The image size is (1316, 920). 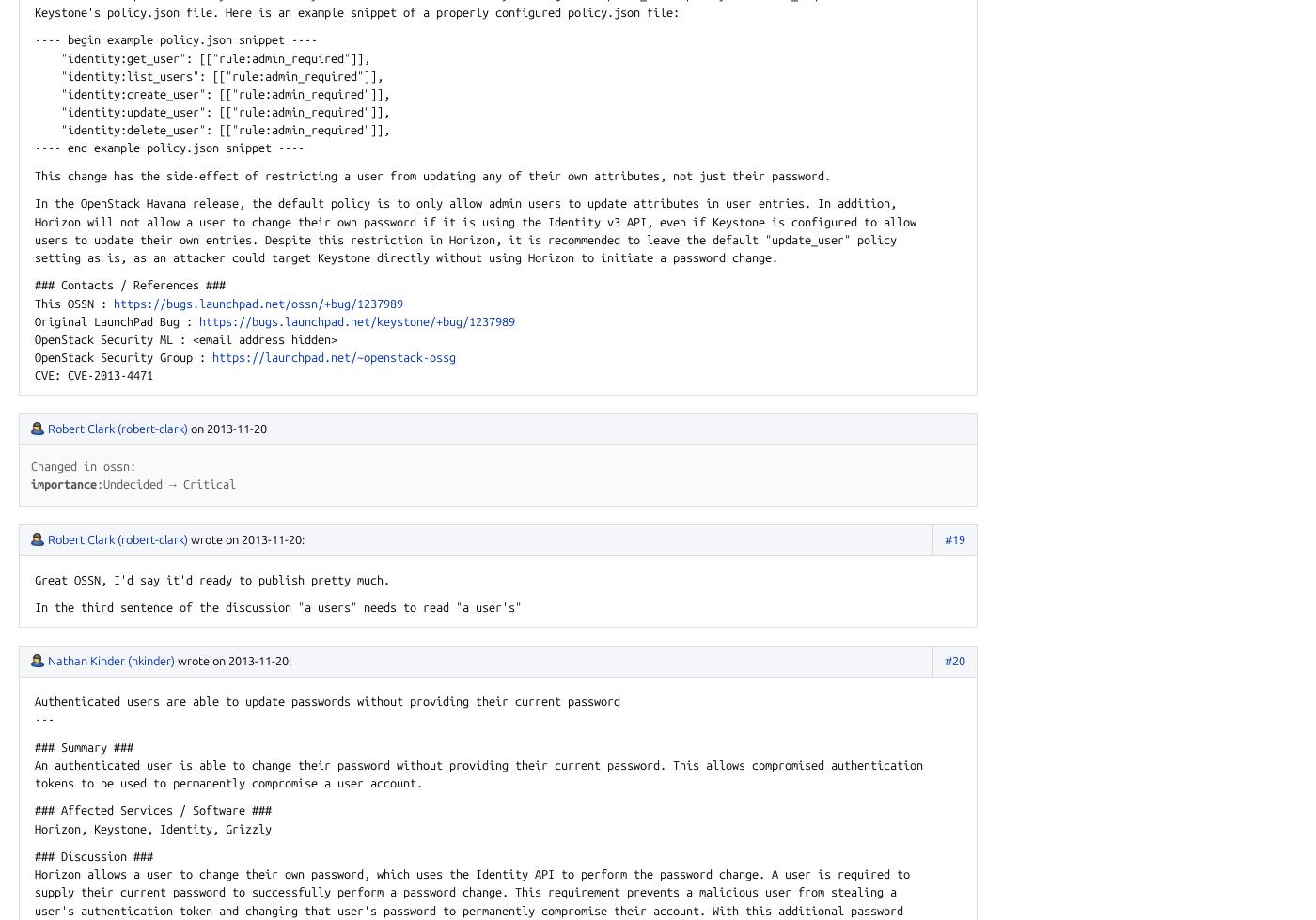 What do you see at coordinates (290, 302) in the screenshot?
I see `'.net/ossn/'` at bounding box center [290, 302].